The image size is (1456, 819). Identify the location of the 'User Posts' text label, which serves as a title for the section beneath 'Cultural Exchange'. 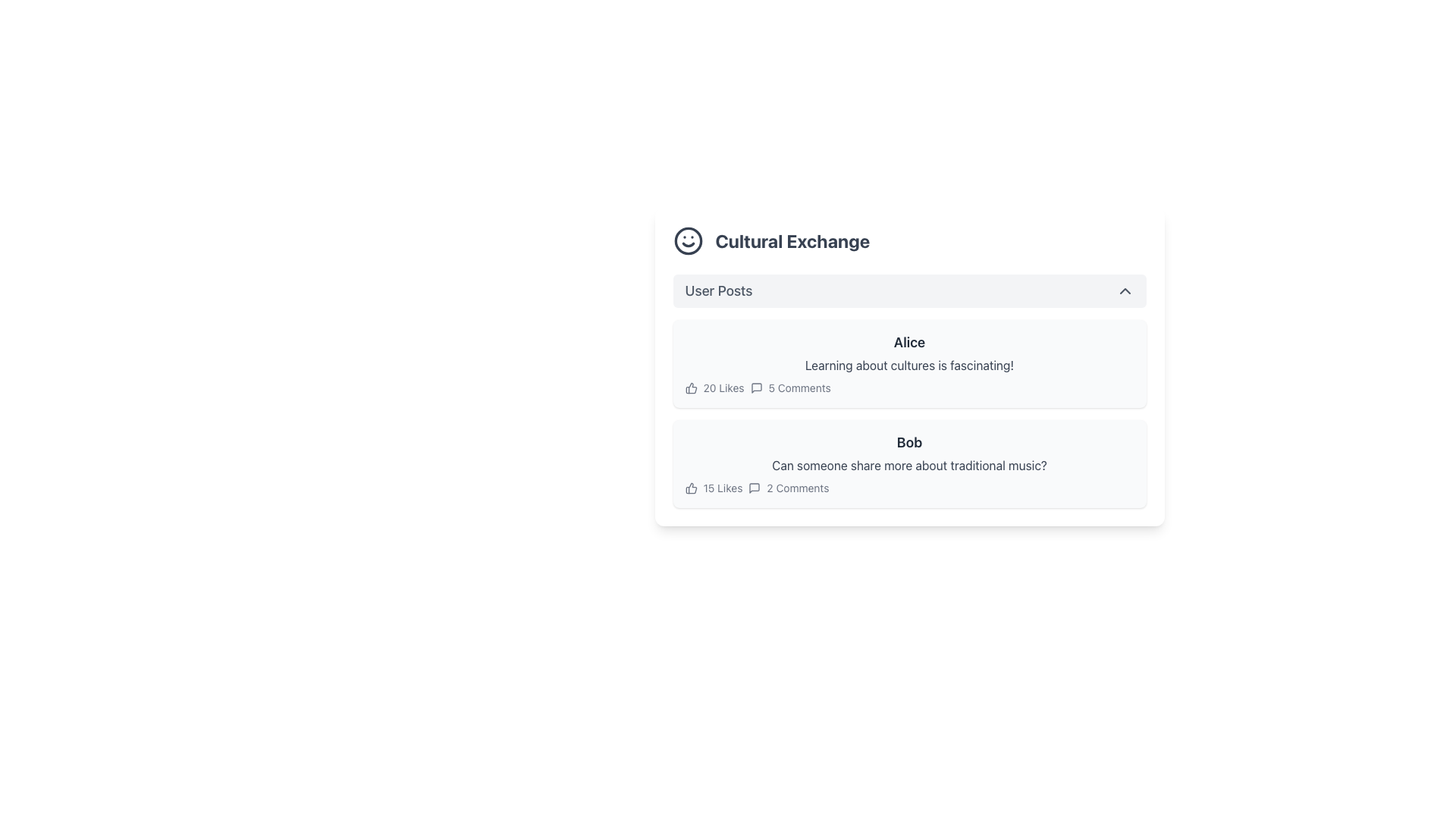
(717, 291).